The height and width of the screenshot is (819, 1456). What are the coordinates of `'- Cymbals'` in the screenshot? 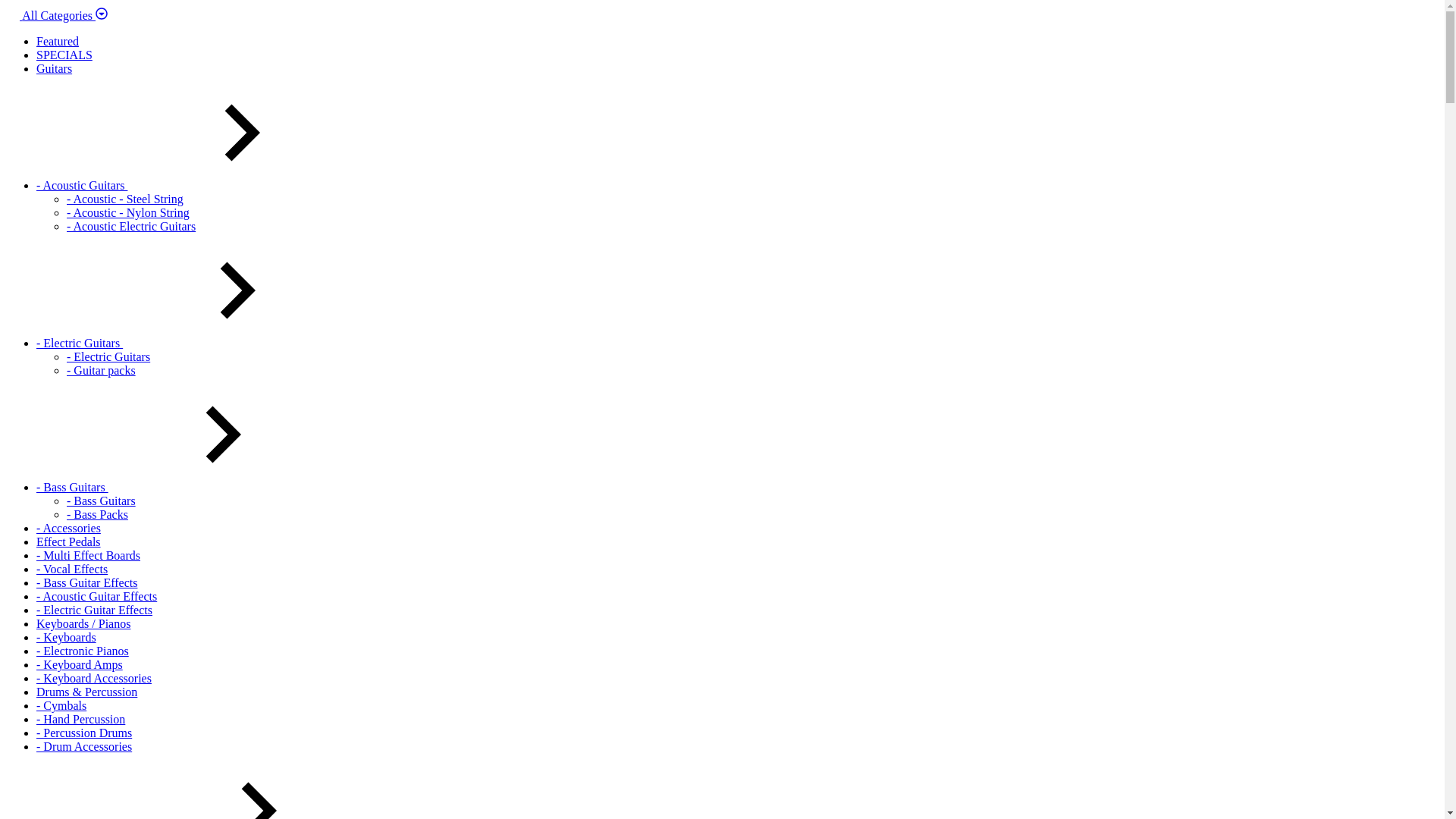 It's located at (61, 705).